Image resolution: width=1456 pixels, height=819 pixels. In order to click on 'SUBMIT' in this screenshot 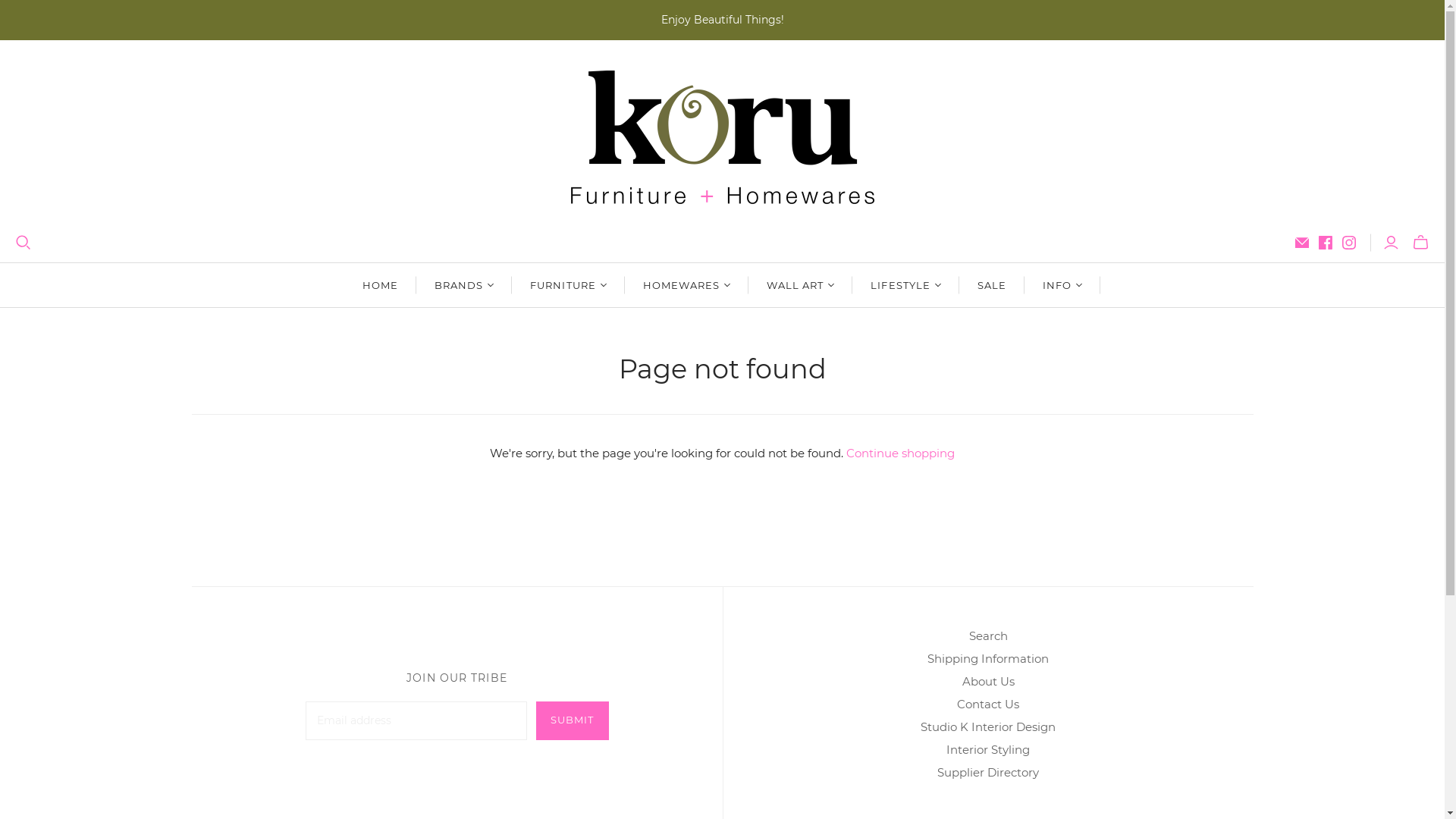, I will do `click(571, 720)`.